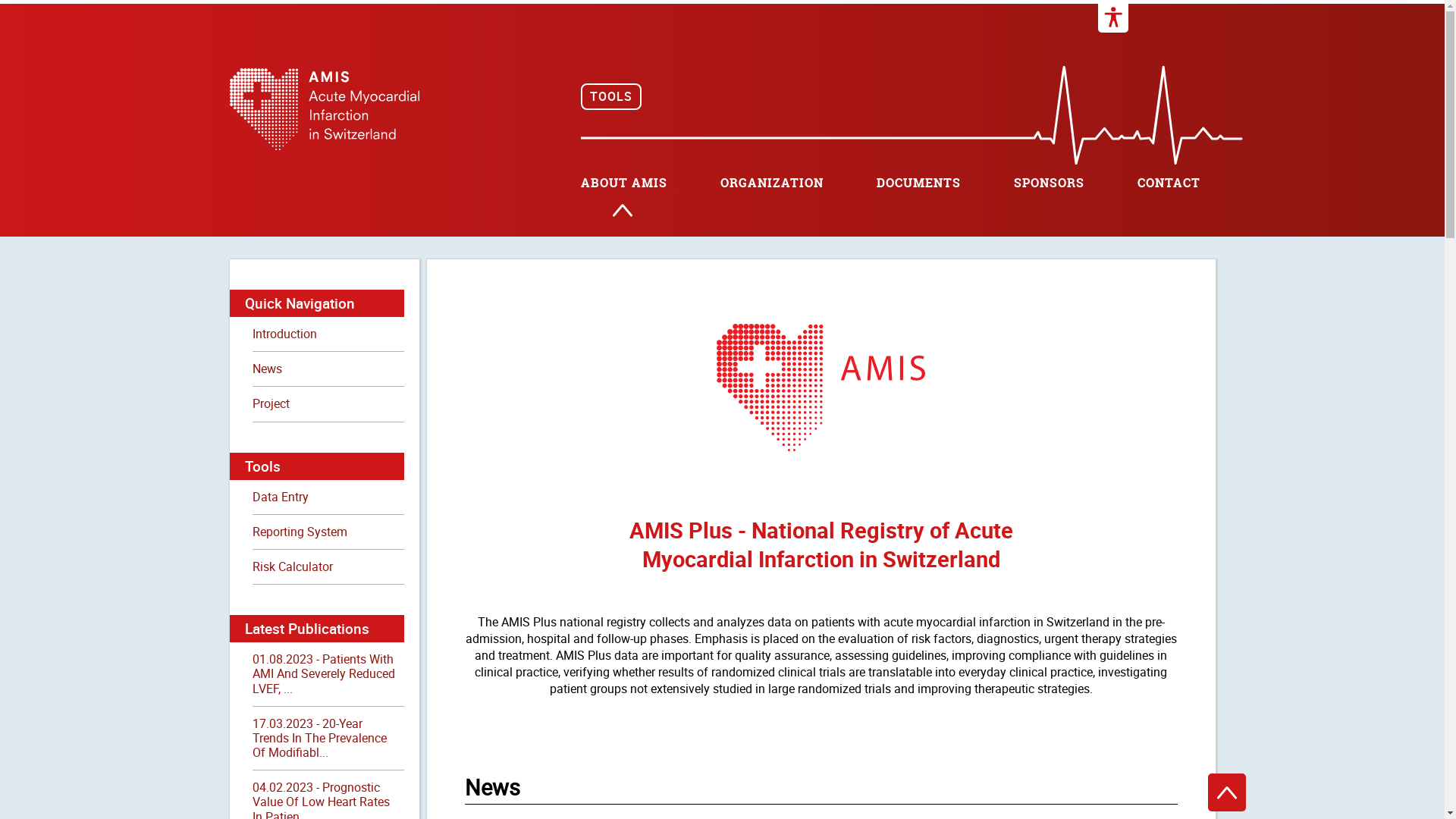 This screenshot has height=819, width=1456. Describe the element at coordinates (623, 182) in the screenshot. I see `'ABOUT AMIS'` at that location.